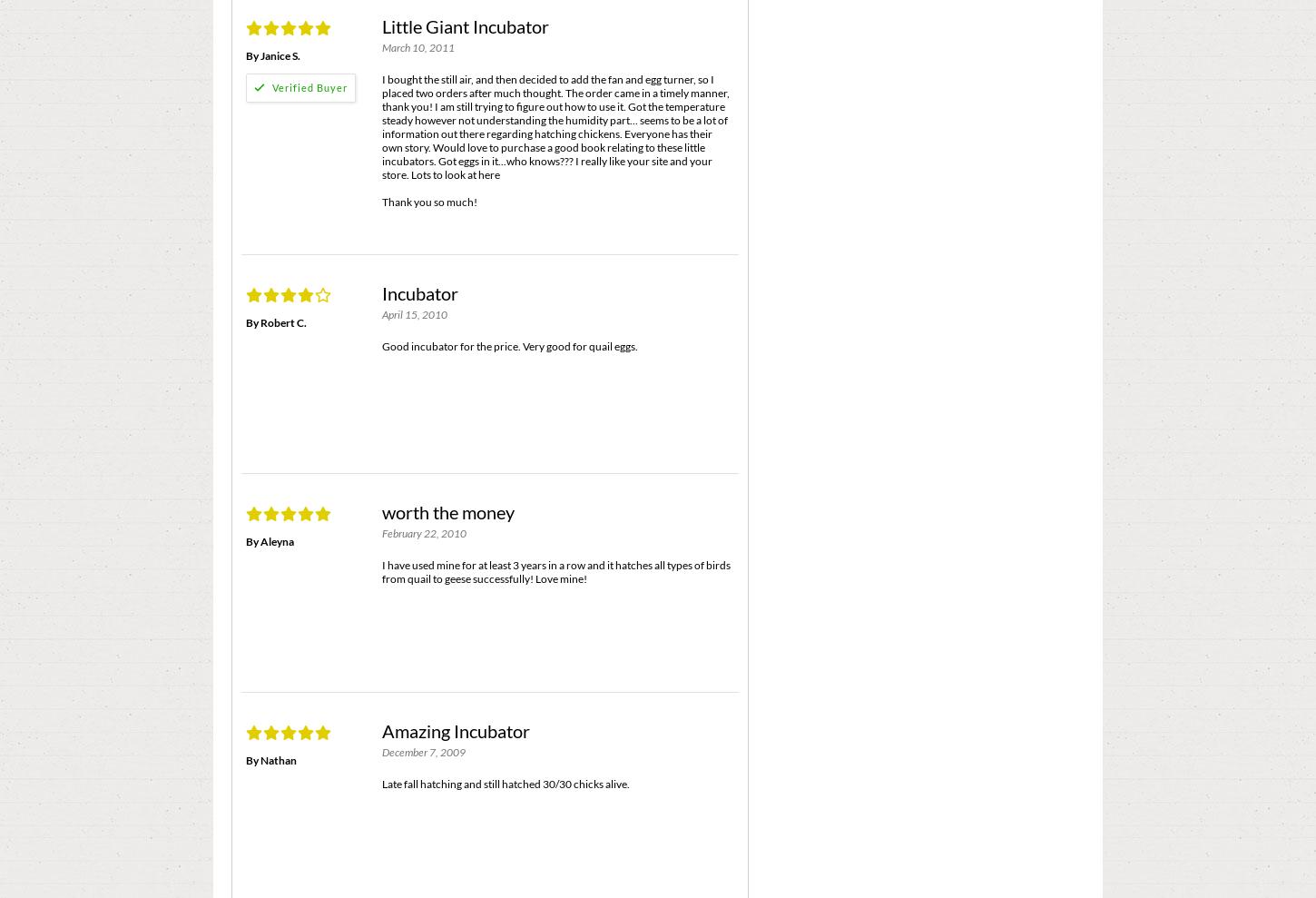 The image size is (1316, 898). I want to click on 'Good incubator for the price. Very good for quail eggs.', so click(380, 345).